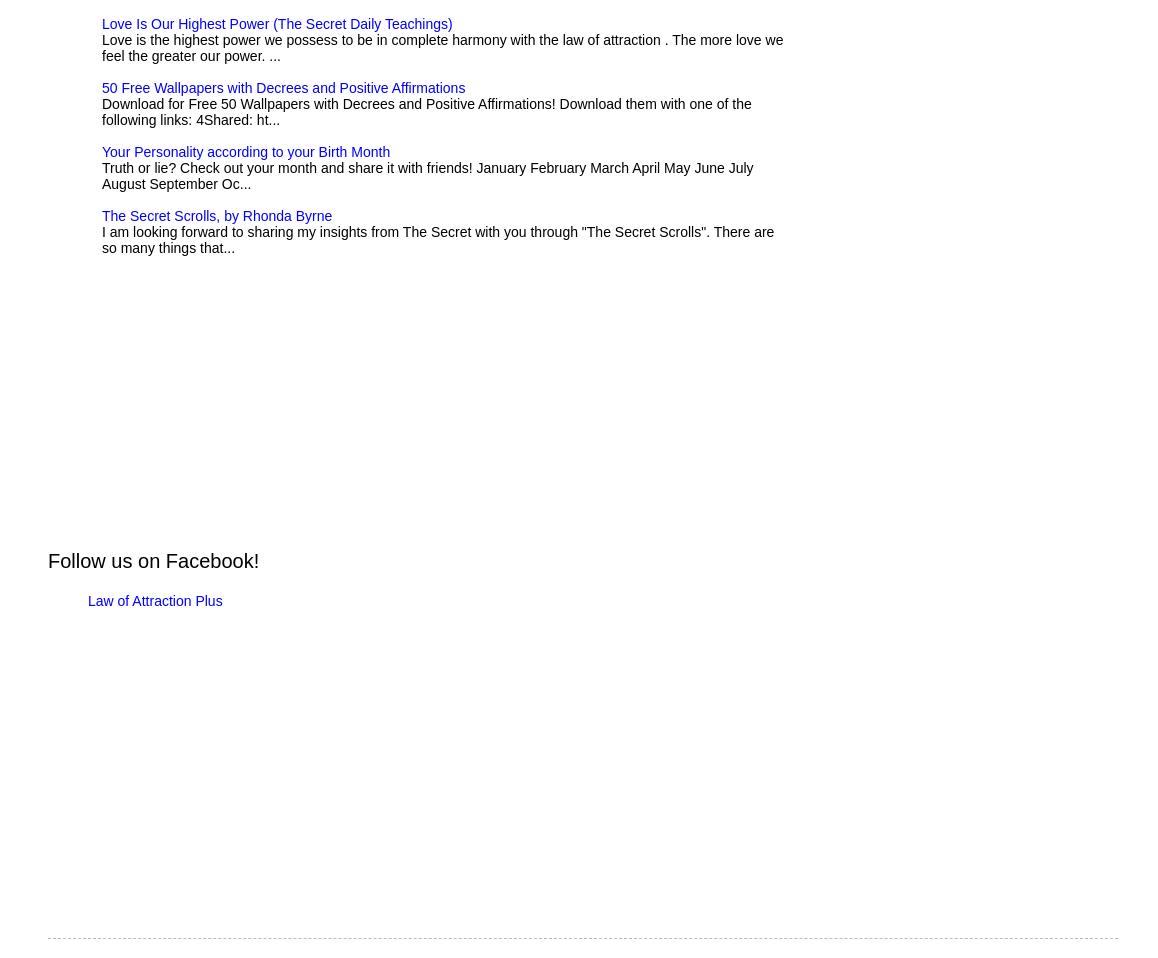  I want to click on 'Truth or lie?   Check out your month and share it with friends!      January  February  March  April  May  June  July  August  September  Oc...', so click(427, 174).